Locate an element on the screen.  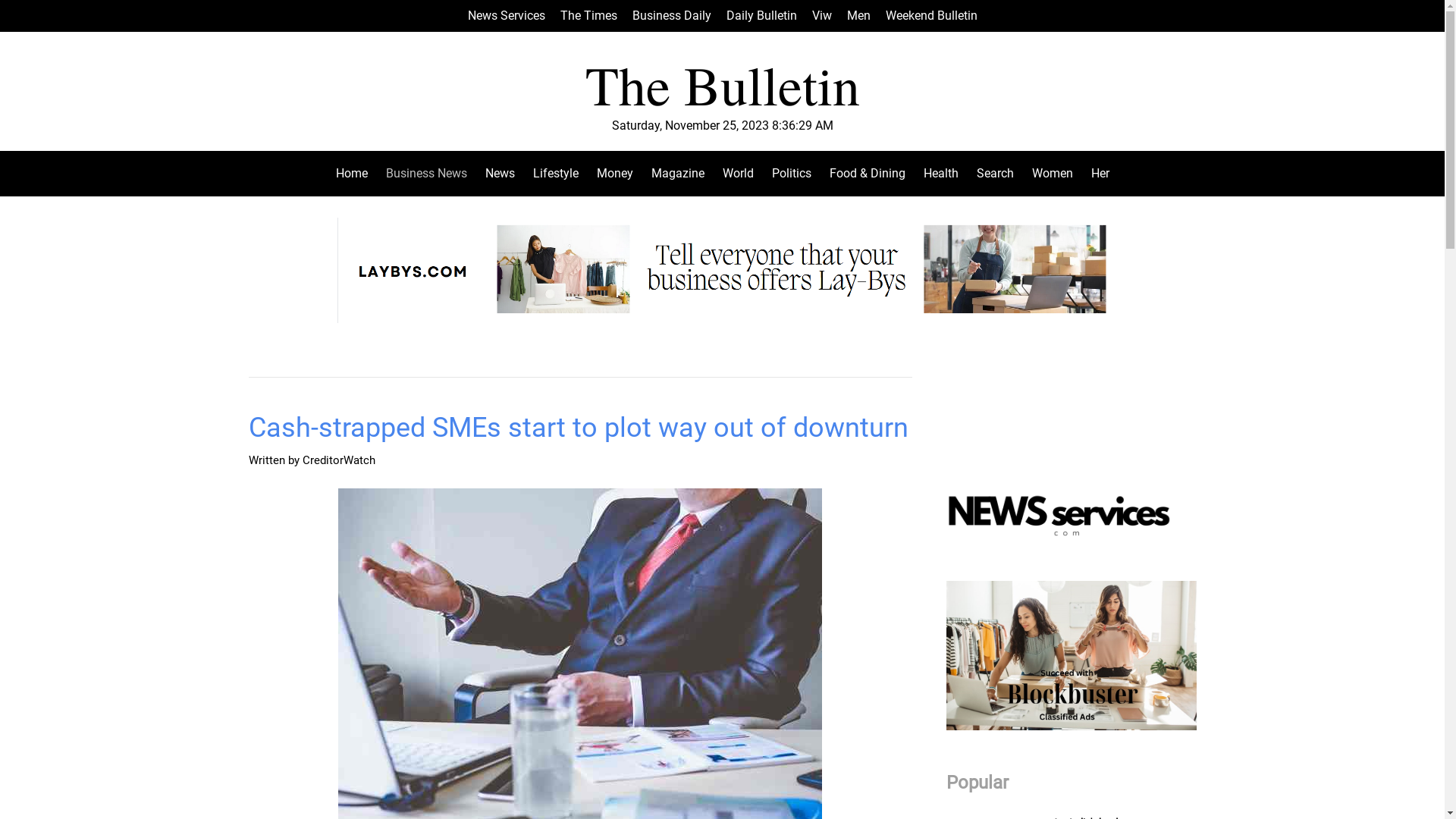
'Weekend Bulletin' is located at coordinates (930, 15).